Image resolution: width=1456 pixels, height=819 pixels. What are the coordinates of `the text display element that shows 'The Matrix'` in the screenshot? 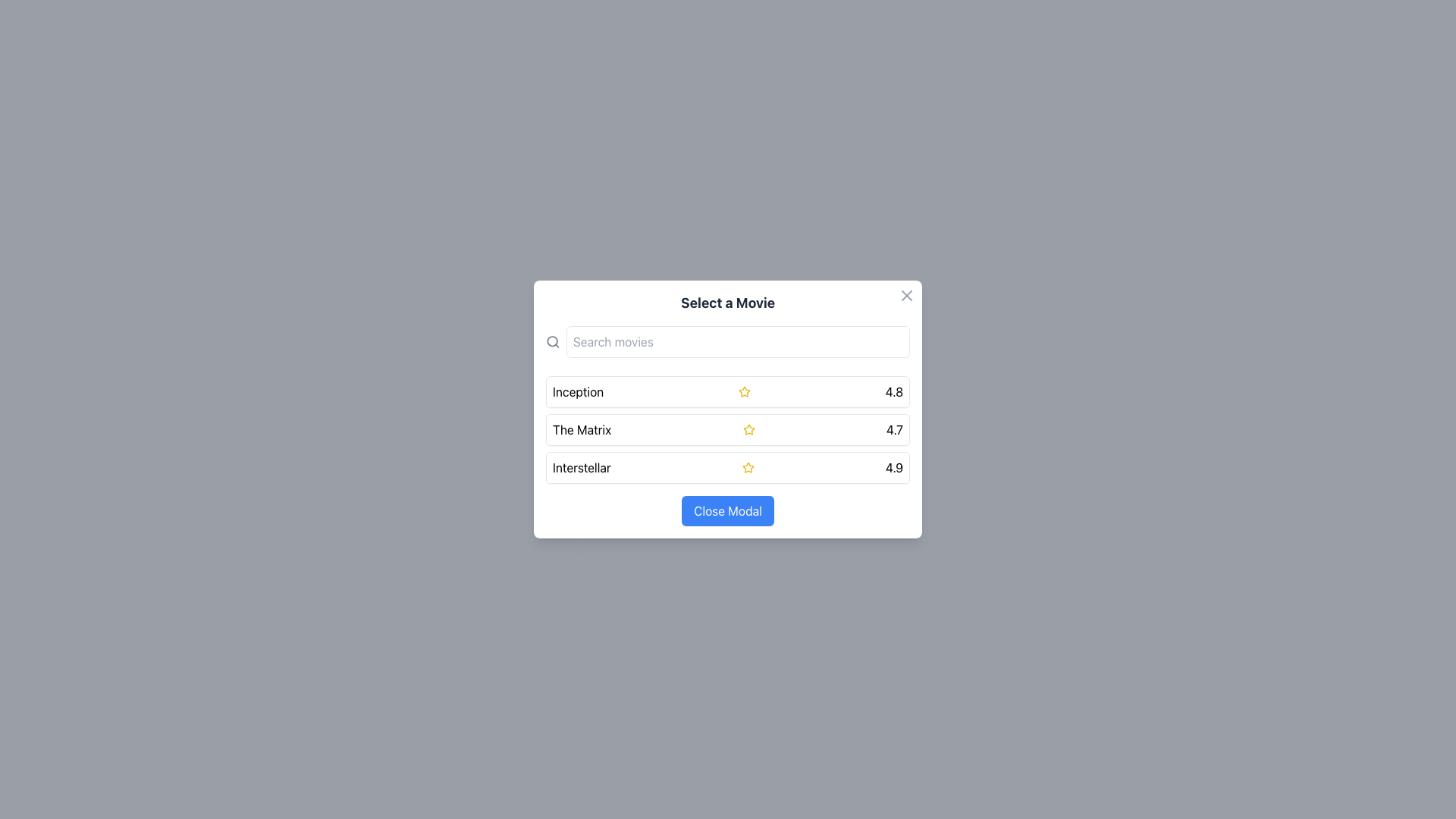 It's located at (581, 430).